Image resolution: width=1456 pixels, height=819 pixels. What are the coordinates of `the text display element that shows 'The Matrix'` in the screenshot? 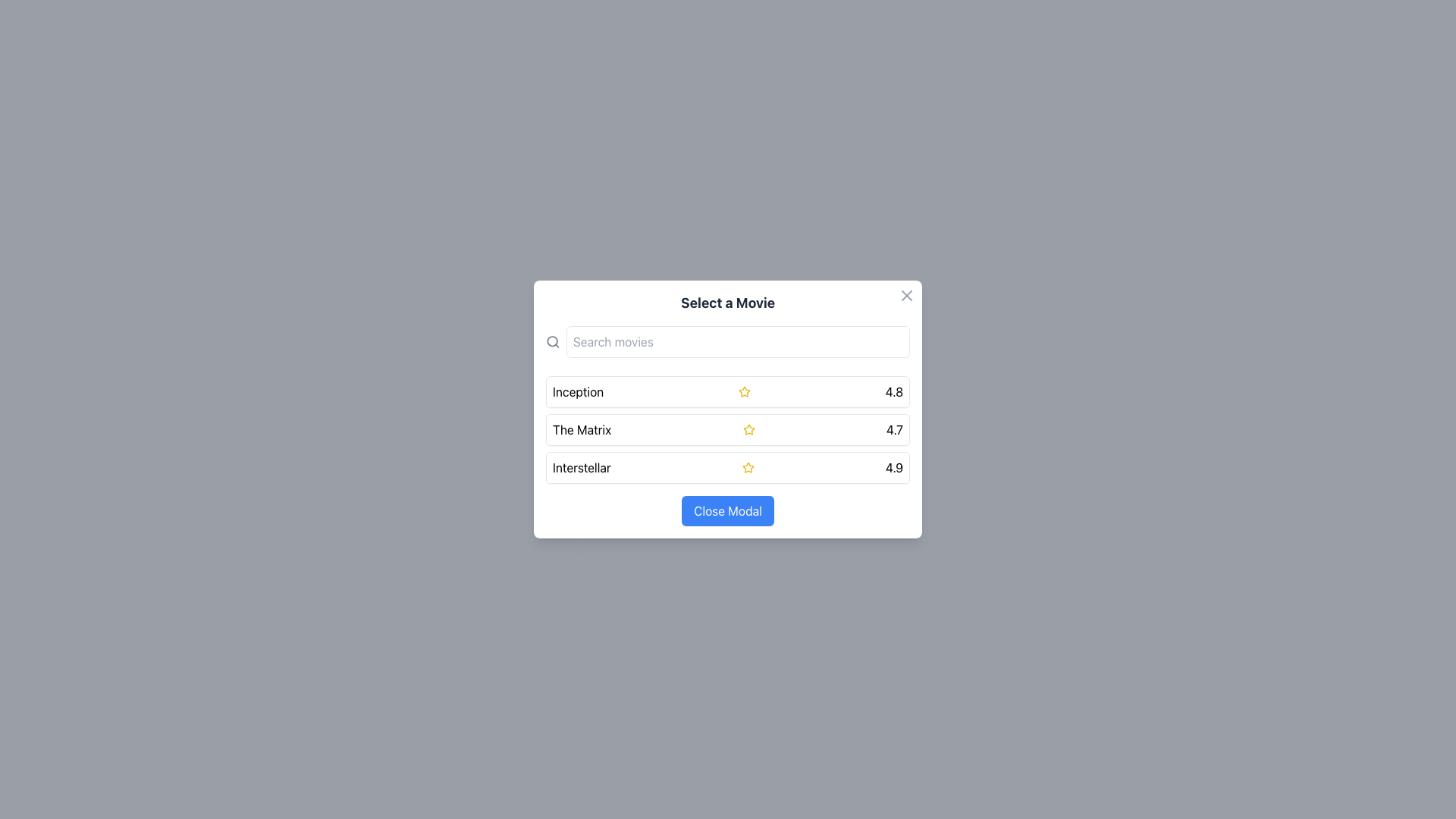 It's located at (581, 430).